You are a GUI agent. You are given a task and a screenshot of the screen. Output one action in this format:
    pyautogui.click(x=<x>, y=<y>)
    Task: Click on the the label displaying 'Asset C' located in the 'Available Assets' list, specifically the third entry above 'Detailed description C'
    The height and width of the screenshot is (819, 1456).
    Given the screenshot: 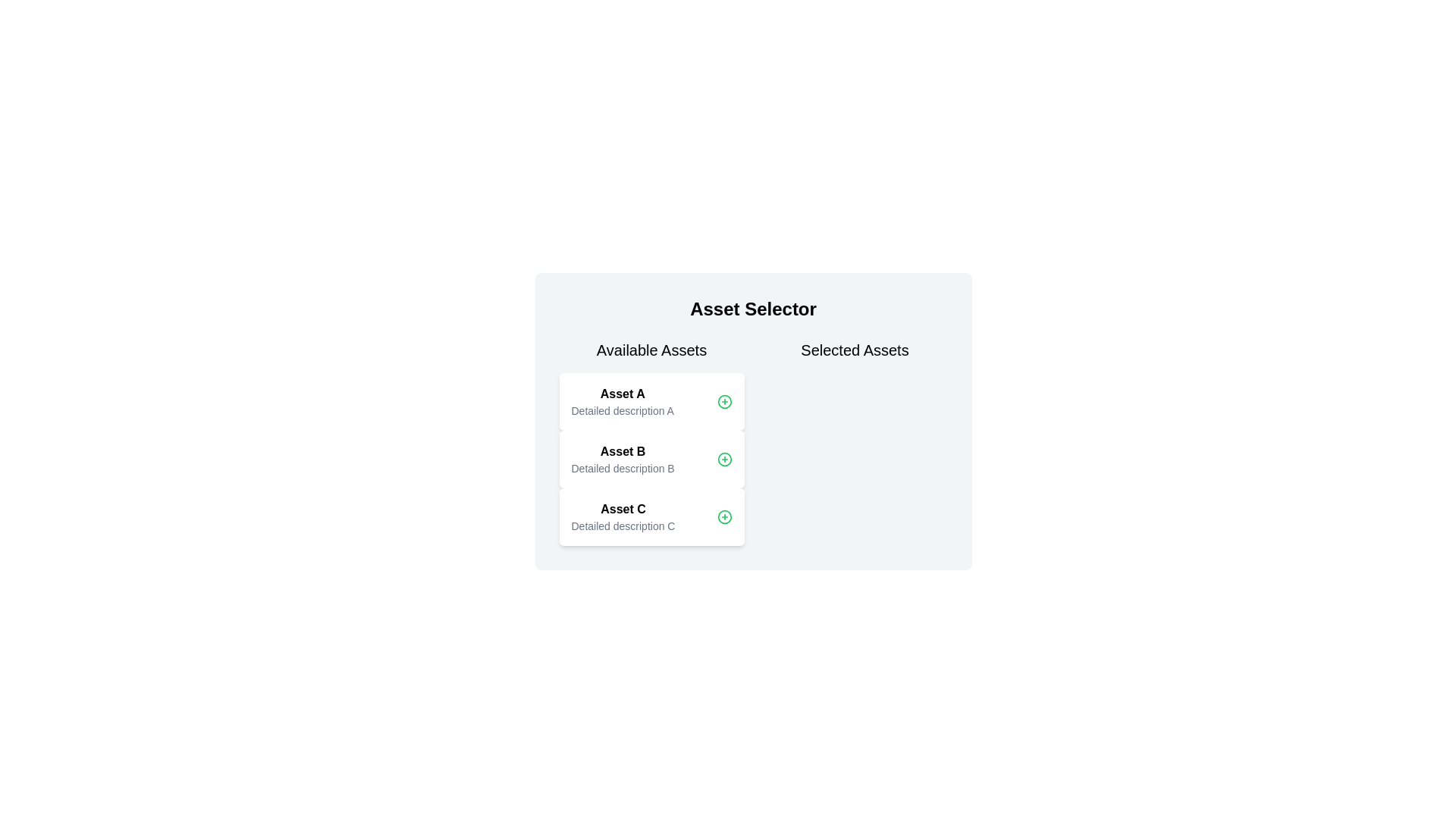 What is the action you would take?
    pyautogui.click(x=623, y=509)
    